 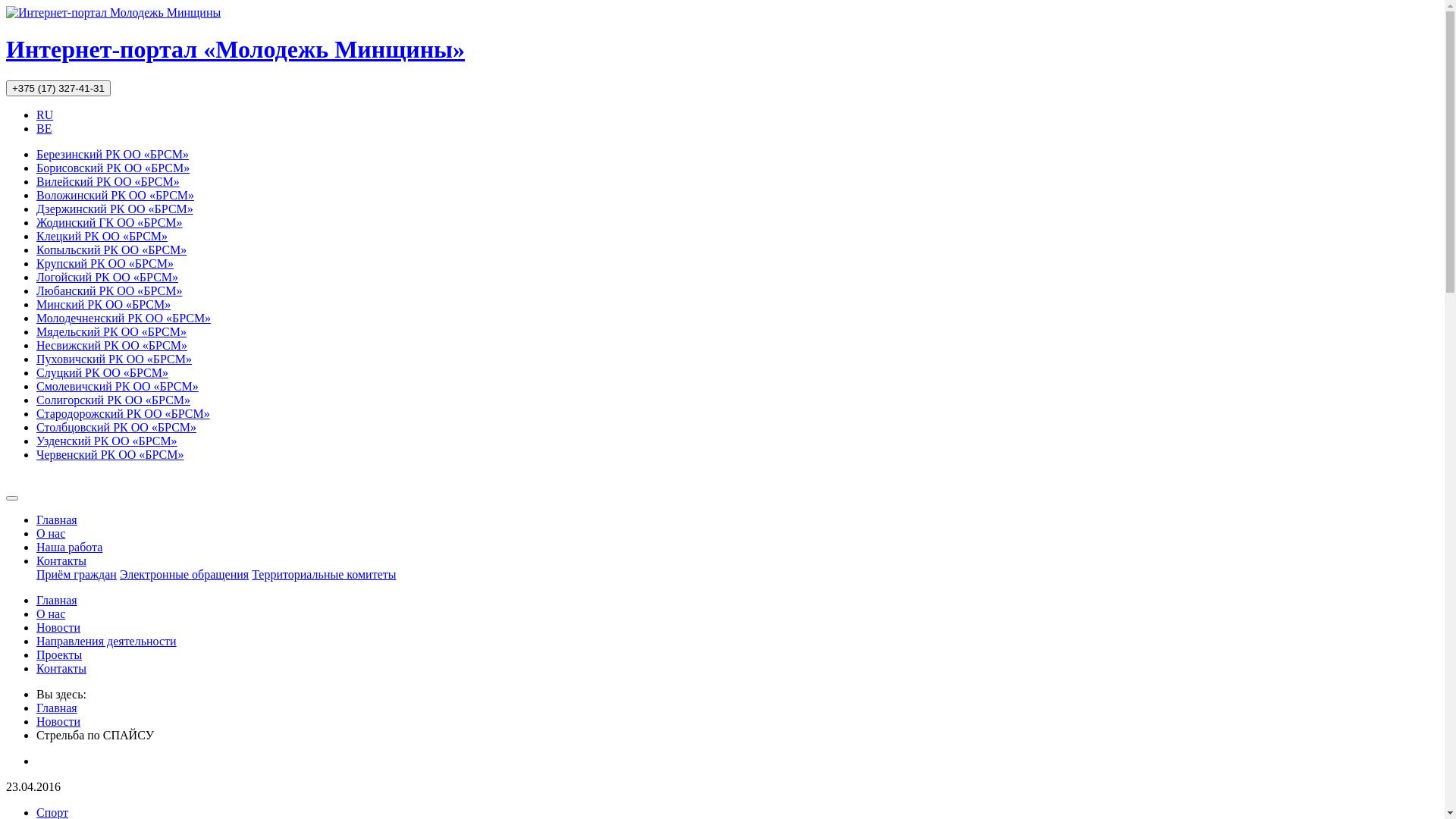 I want to click on '+375 (17) 327-41-31', so click(x=58, y=88).